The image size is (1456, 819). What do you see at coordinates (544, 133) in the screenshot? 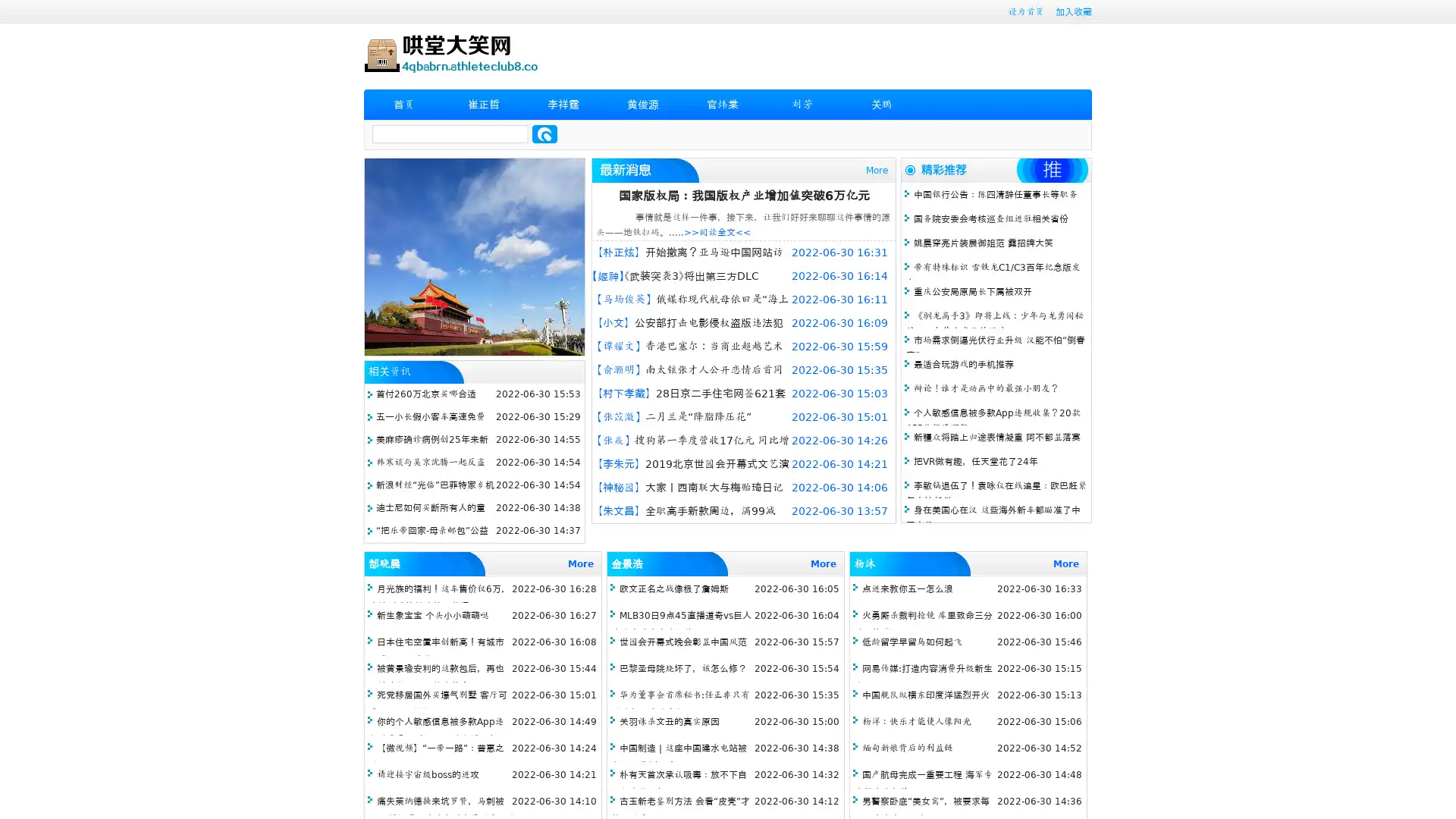
I see `Search` at bounding box center [544, 133].